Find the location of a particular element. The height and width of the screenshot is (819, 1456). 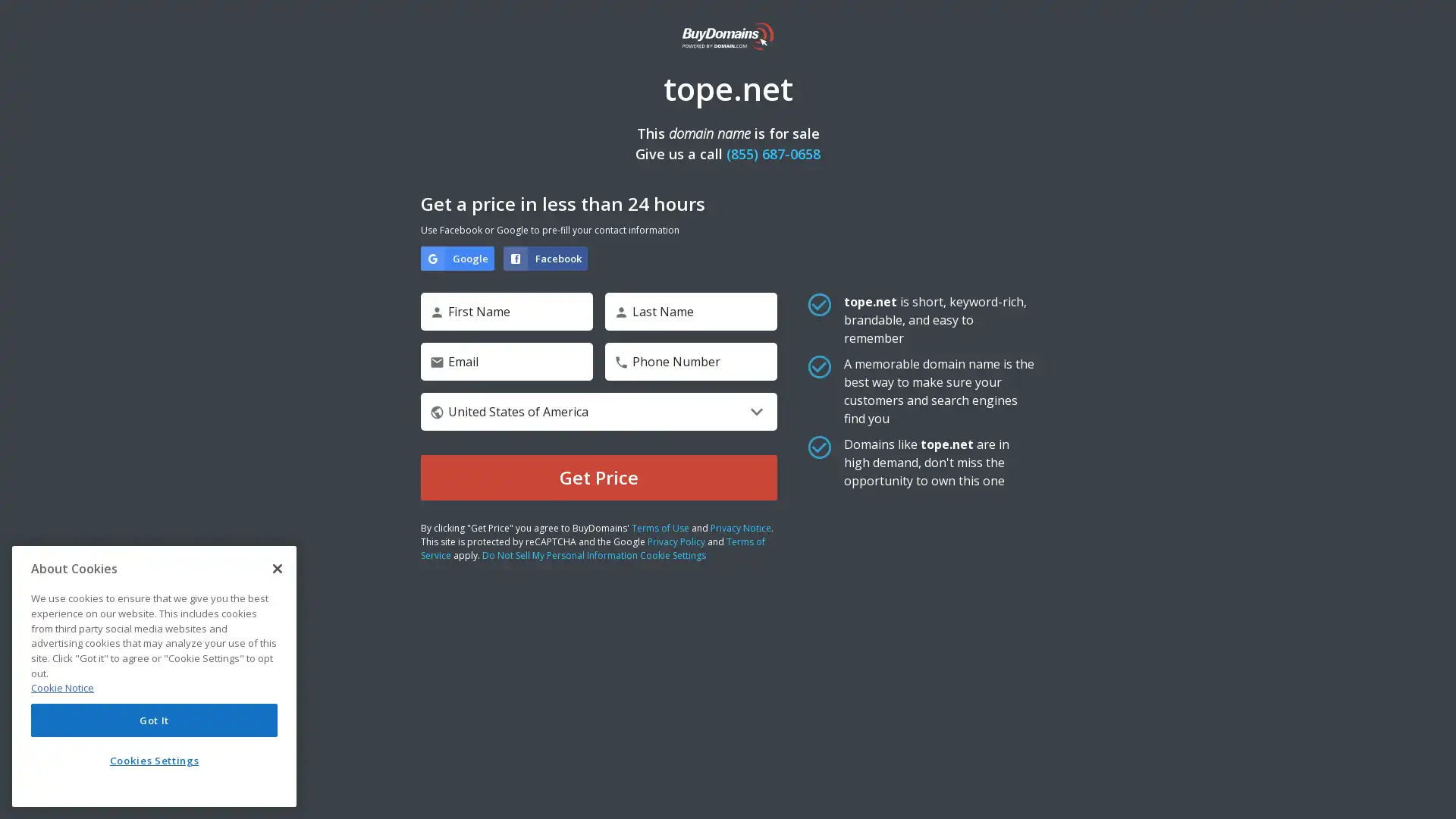

Got It is located at coordinates (154, 719).